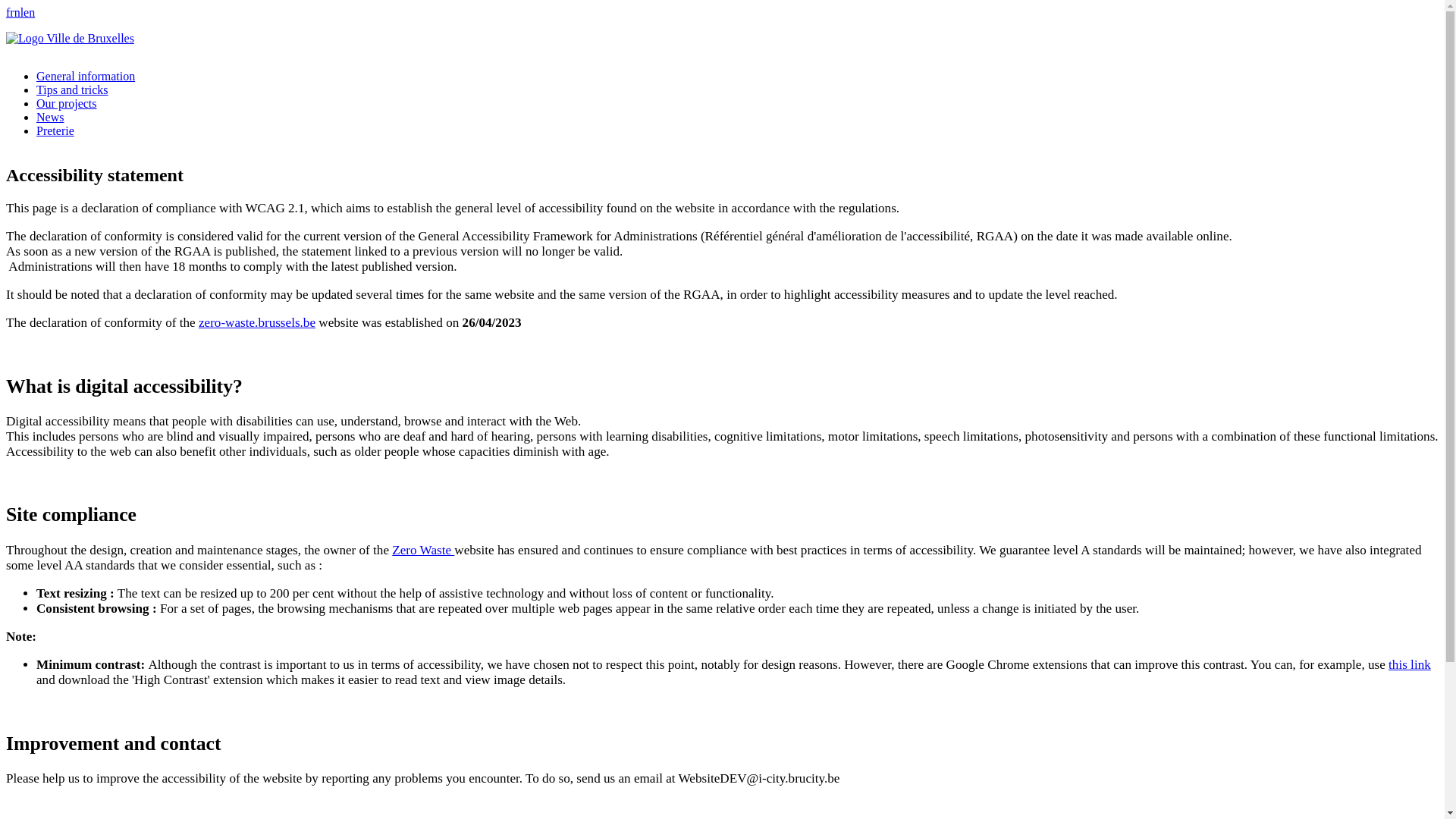  Describe the element at coordinates (29, 12) in the screenshot. I see `'en'` at that location.